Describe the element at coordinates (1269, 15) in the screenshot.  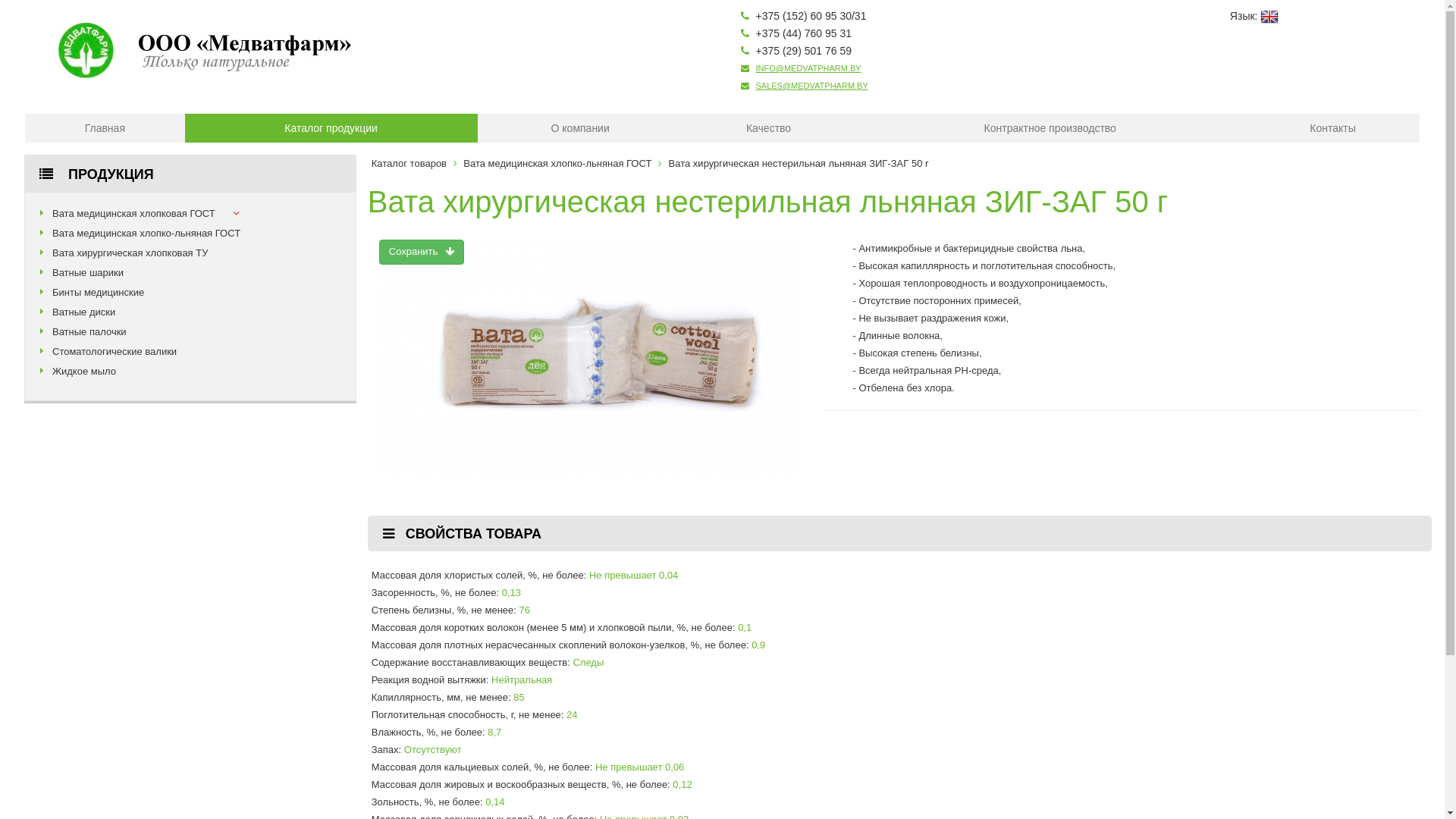
I see `'English'` at that location.